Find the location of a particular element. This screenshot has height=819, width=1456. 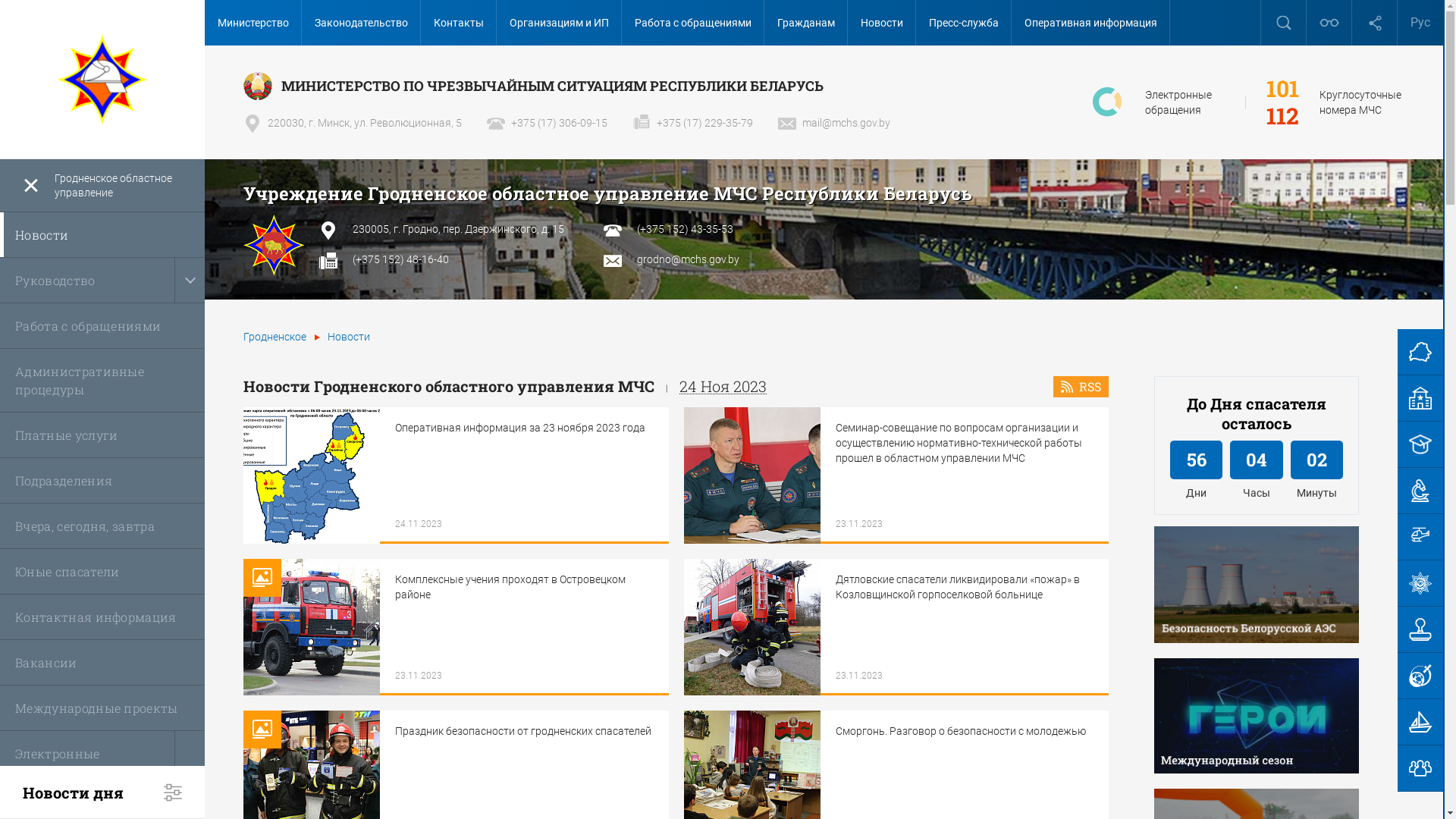

'112' is located at coordinates (1266, 115).